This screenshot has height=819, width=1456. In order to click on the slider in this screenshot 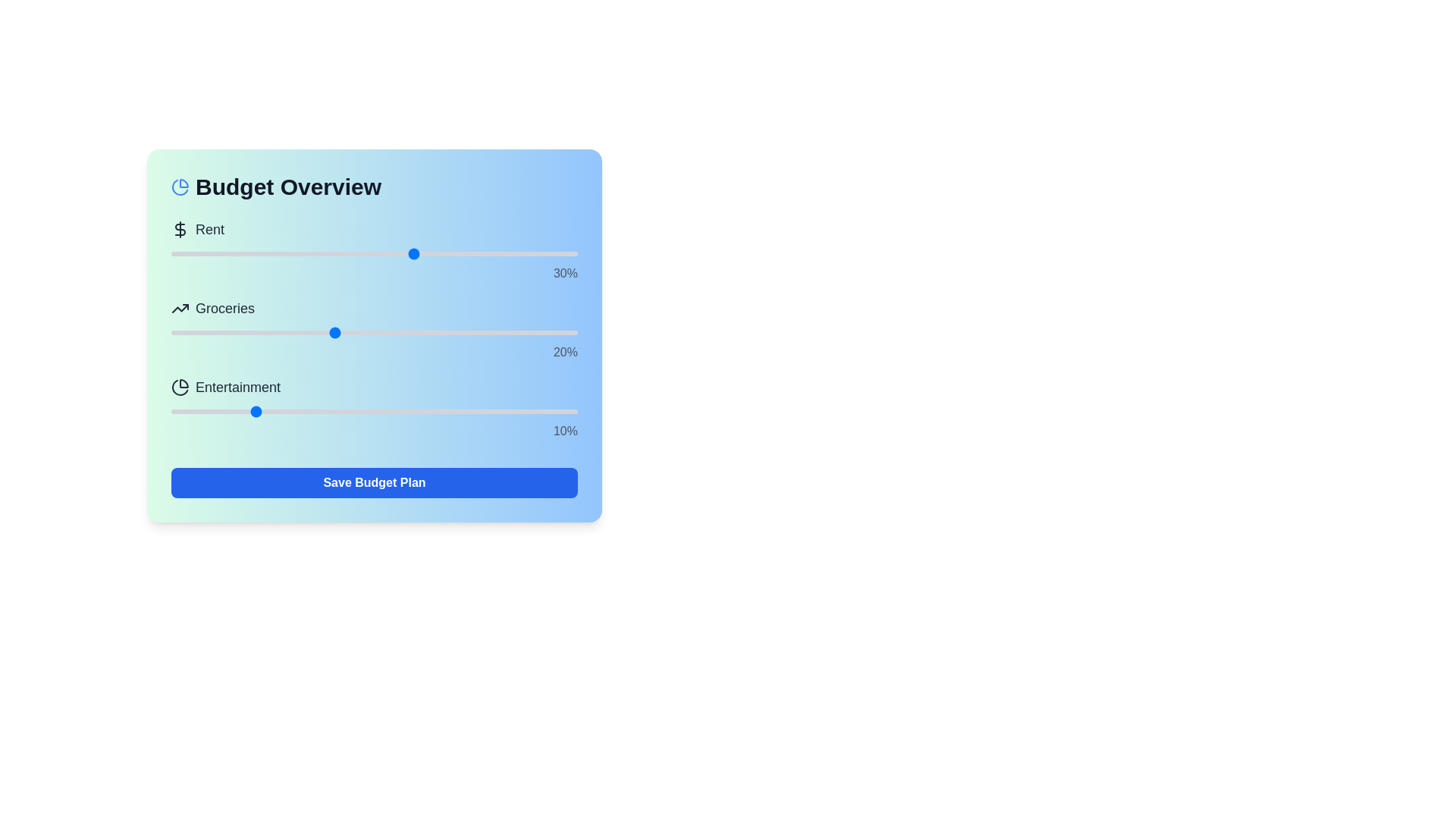, I will do `click(349, 412)`.